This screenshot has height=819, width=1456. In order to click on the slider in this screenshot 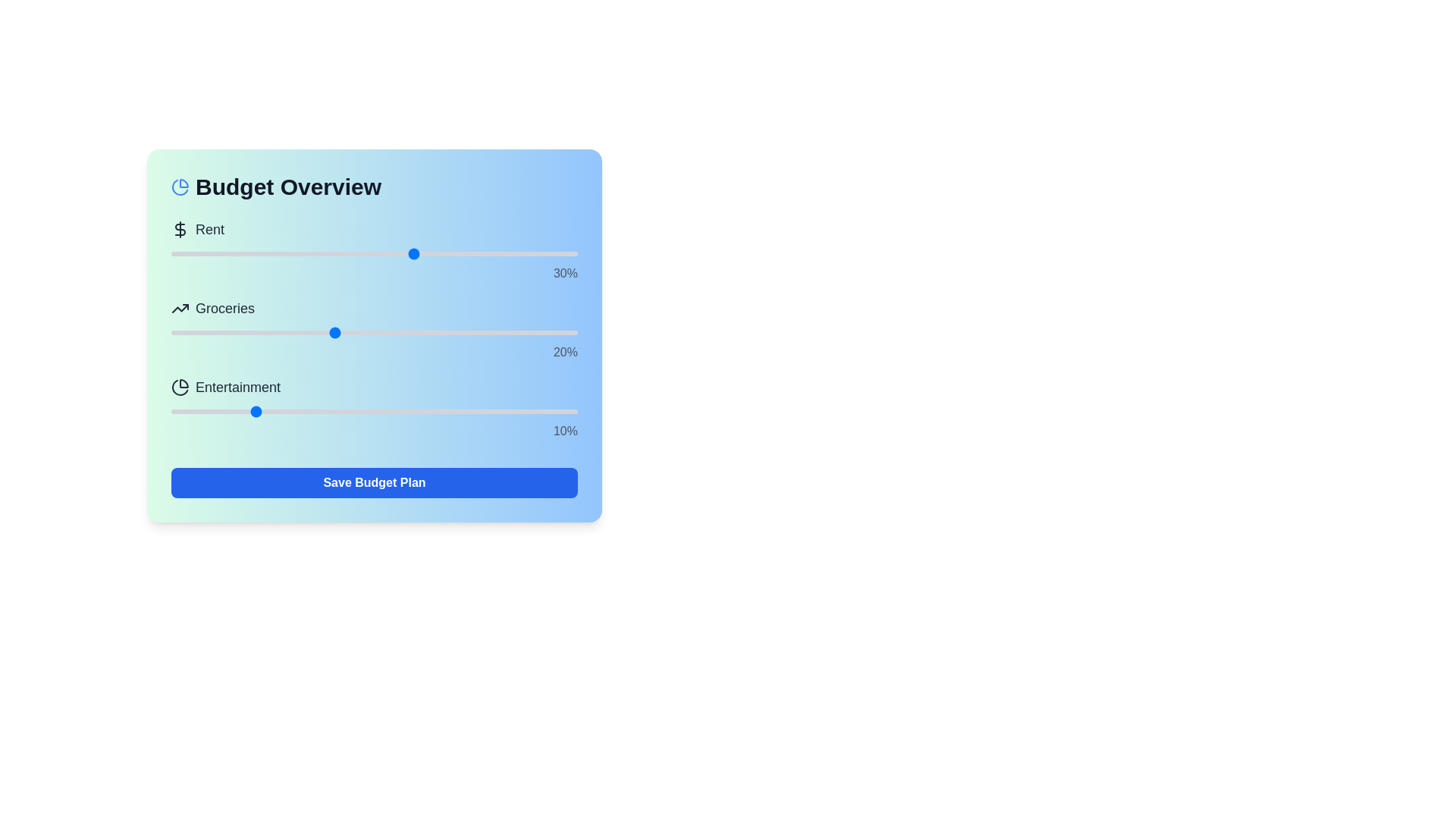, I will do `click(349, 412)`.